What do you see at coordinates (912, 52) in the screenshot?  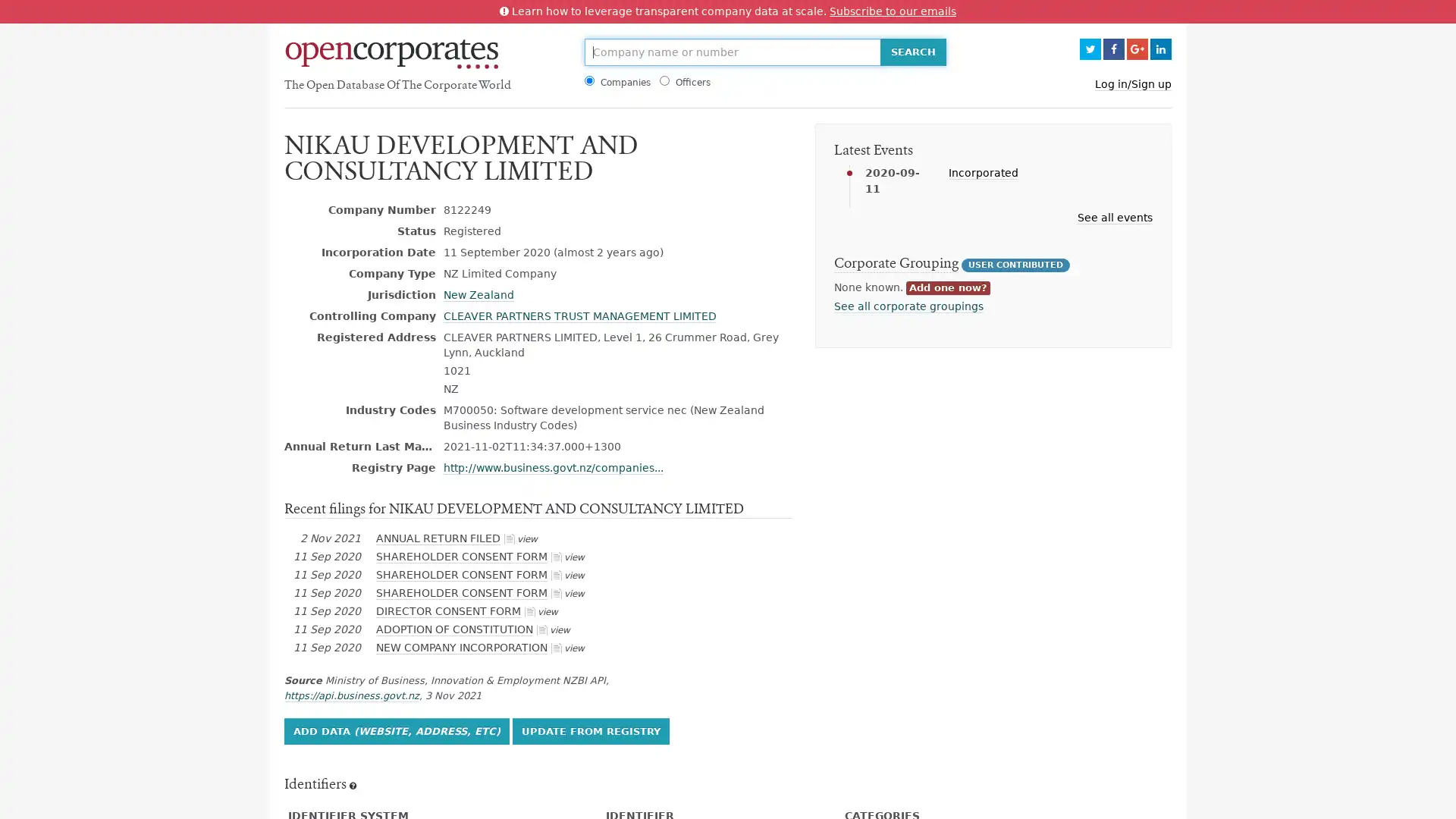 I see `SEARCH` at bounding box center [912, 52].